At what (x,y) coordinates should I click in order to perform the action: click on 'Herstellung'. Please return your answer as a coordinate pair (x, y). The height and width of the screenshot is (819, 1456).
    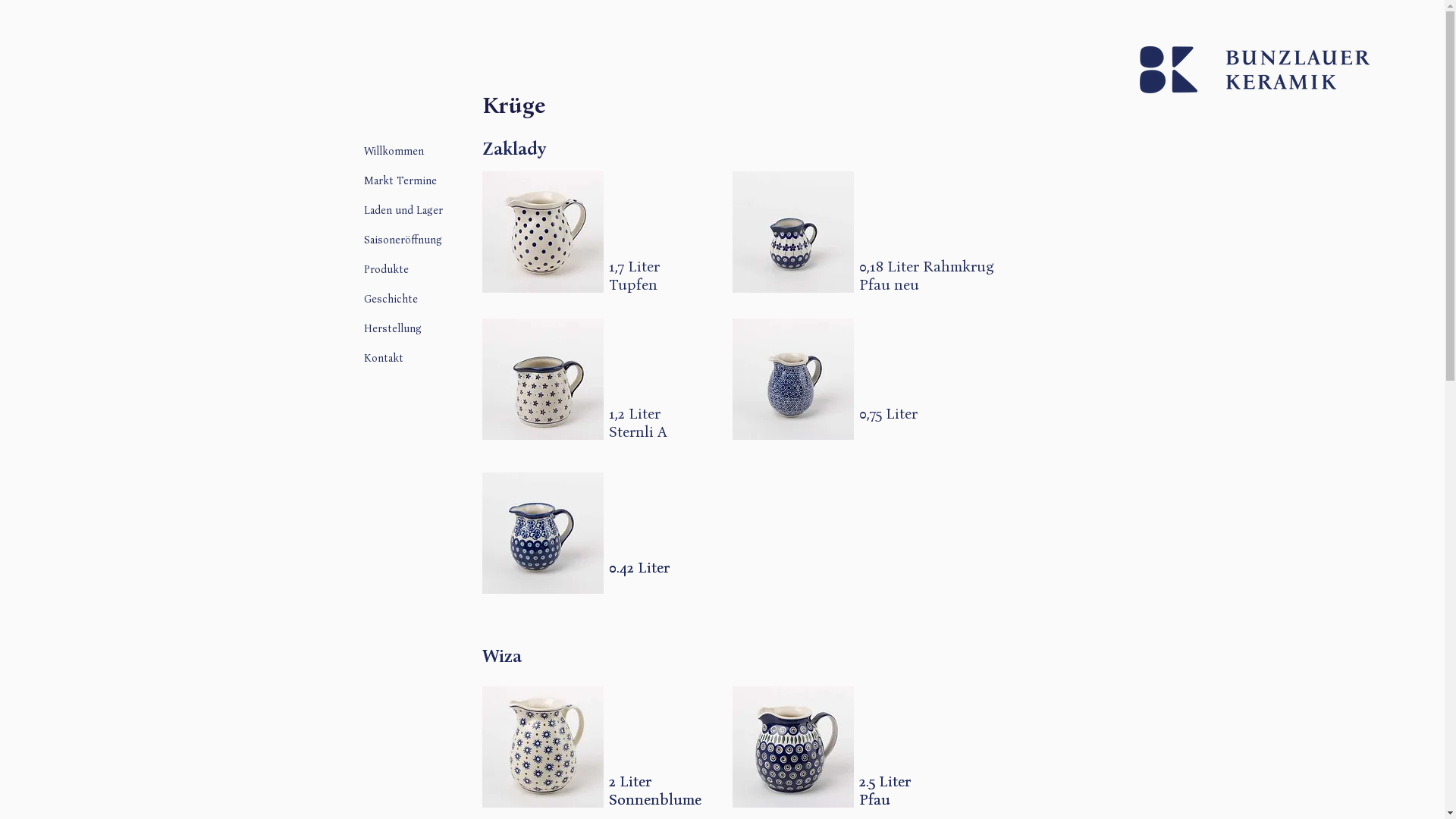
    Looking at the image, I should click on (364, 327).